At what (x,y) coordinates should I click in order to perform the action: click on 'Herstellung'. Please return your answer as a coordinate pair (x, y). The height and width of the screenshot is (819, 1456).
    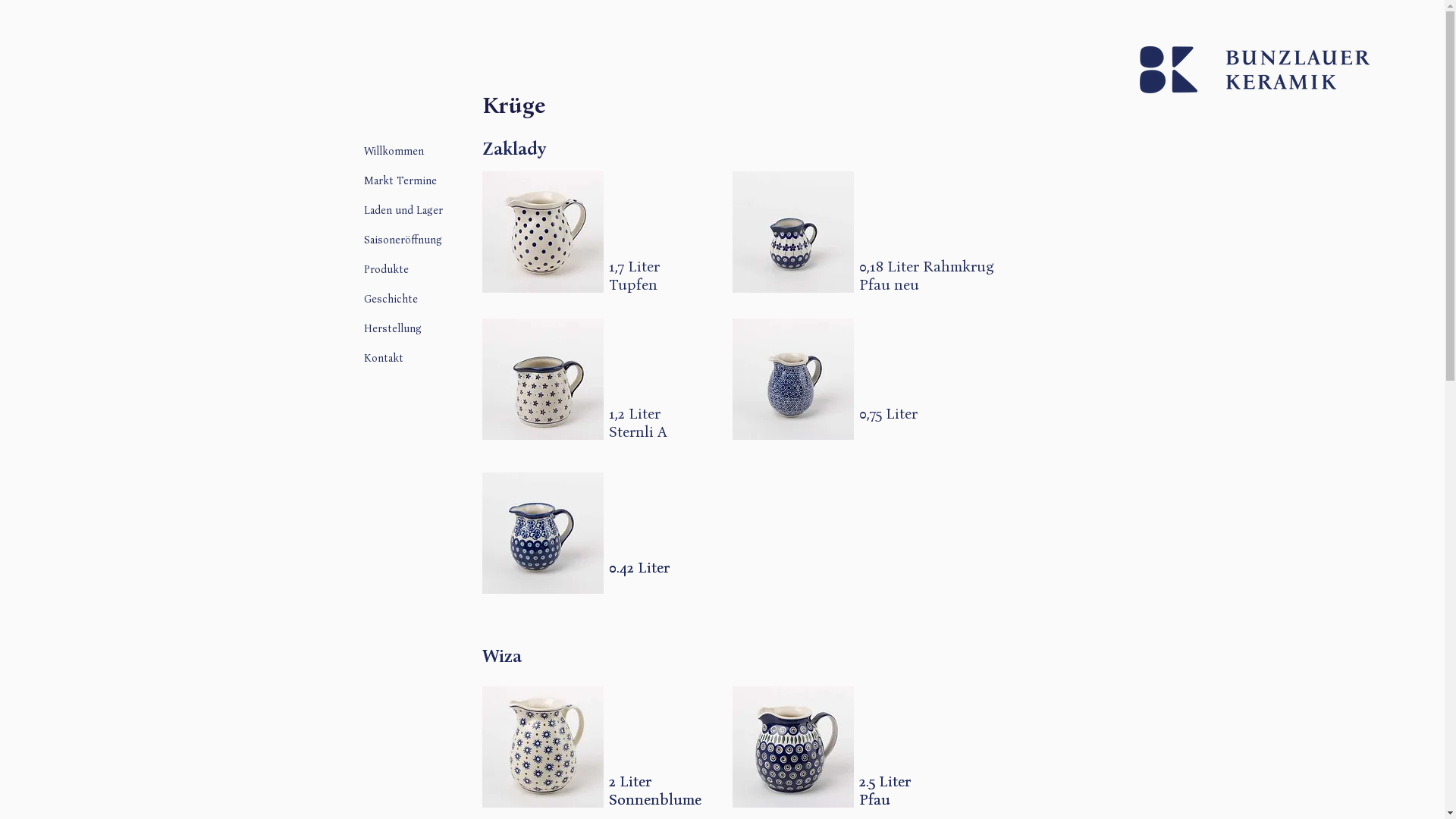
    Looking at the image, I should click on (364, 327).